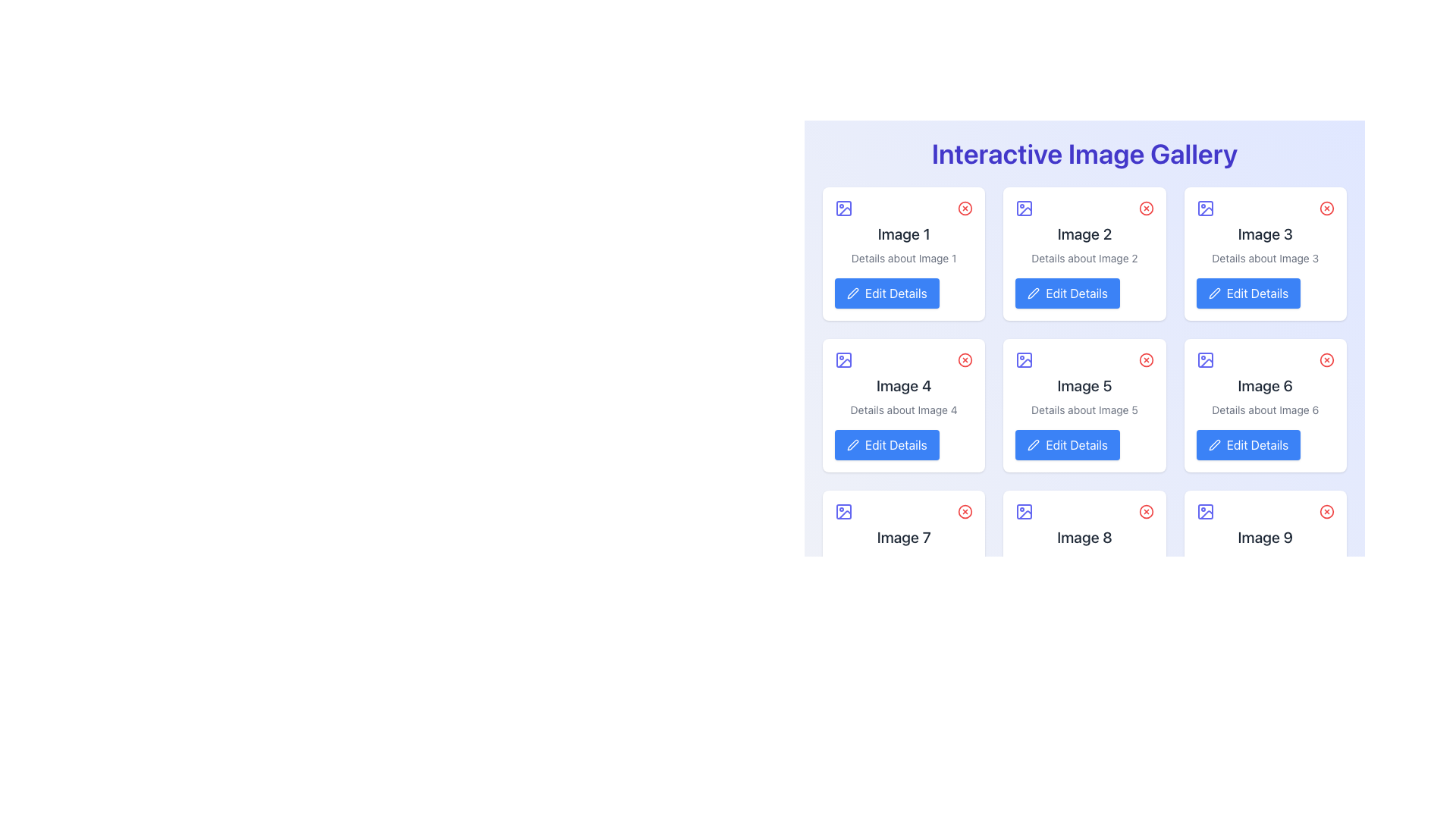 This screenshot has width=1456, height=819. Describe the element at coordinates (904, 253) in the screenshot. I see `the Card component displaying 'Image 1' located at the top-left corner of the grid layout` at that location.